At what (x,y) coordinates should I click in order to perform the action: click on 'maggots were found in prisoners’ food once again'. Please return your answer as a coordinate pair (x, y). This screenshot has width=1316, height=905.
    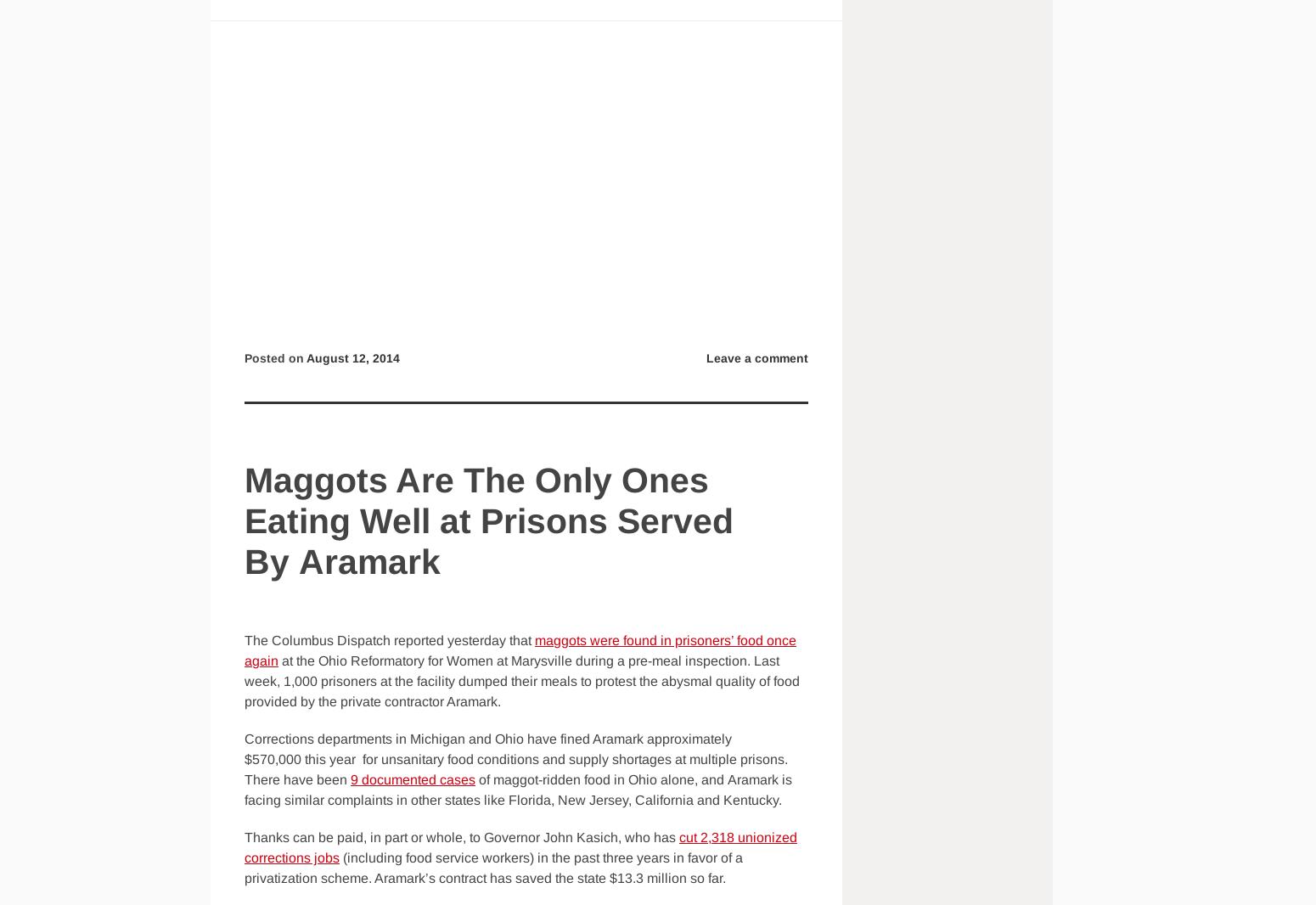
    Looking at the image, I should click on (244, 649).